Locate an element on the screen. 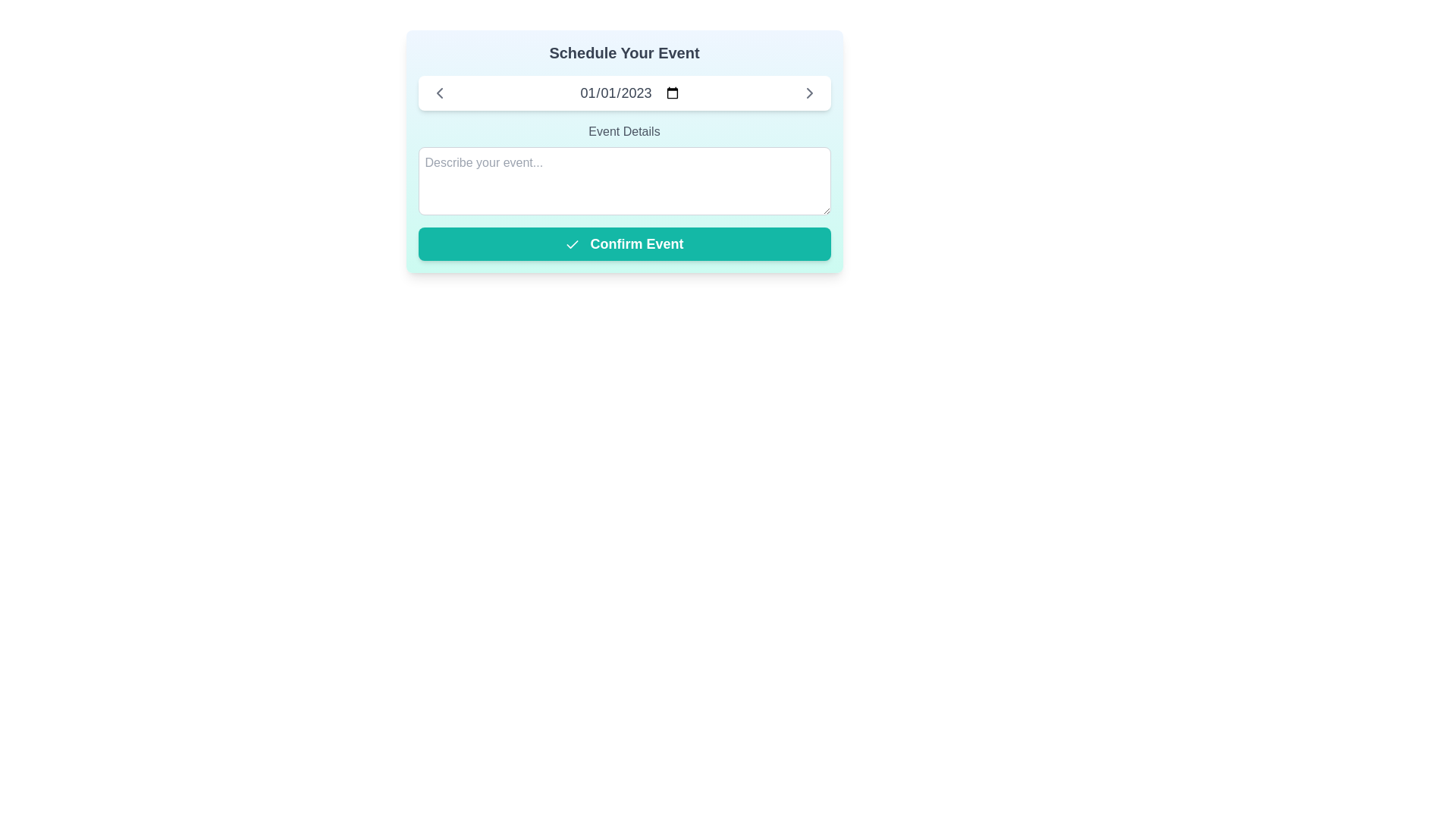 The image size is (1456, 819). the static text element that provides guidance for the event details input field, located just below the date picker and above the multiline text input titled 'Describe your event...' is located at coordinates (624, 130).